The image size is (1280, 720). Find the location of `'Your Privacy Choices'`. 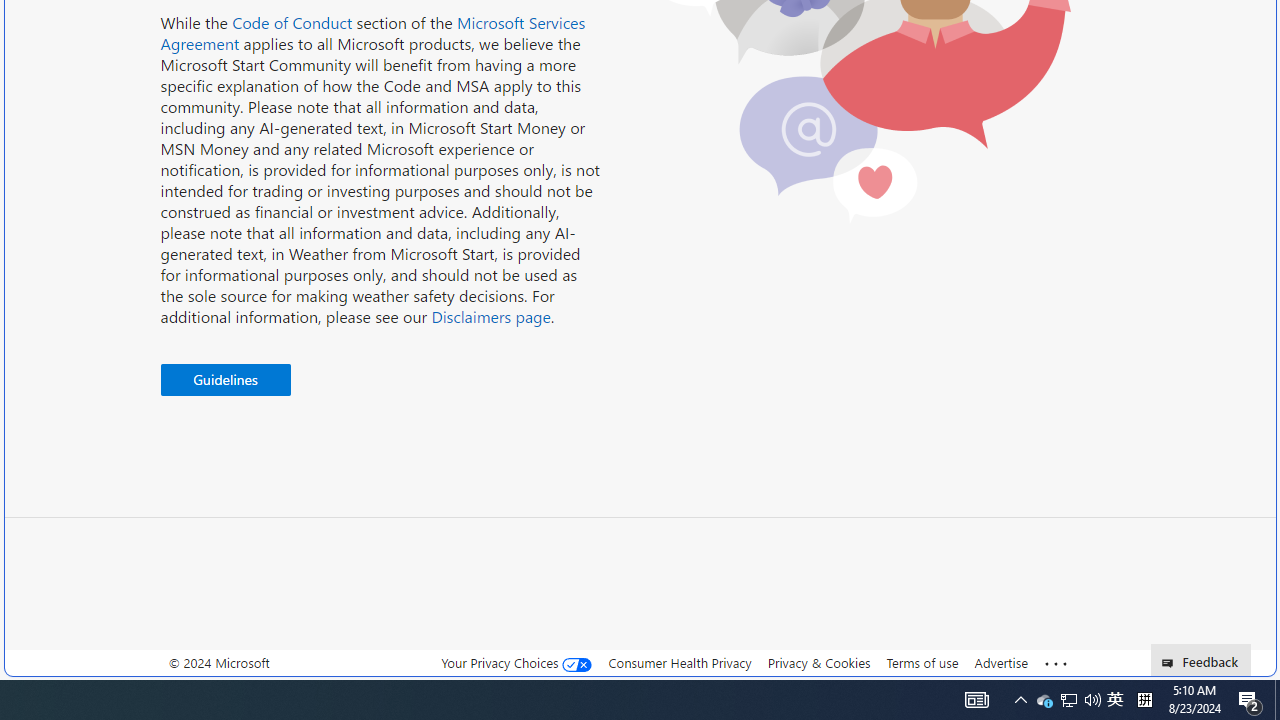

'Your Privacy Choices' is located at coordinates (517, 662).